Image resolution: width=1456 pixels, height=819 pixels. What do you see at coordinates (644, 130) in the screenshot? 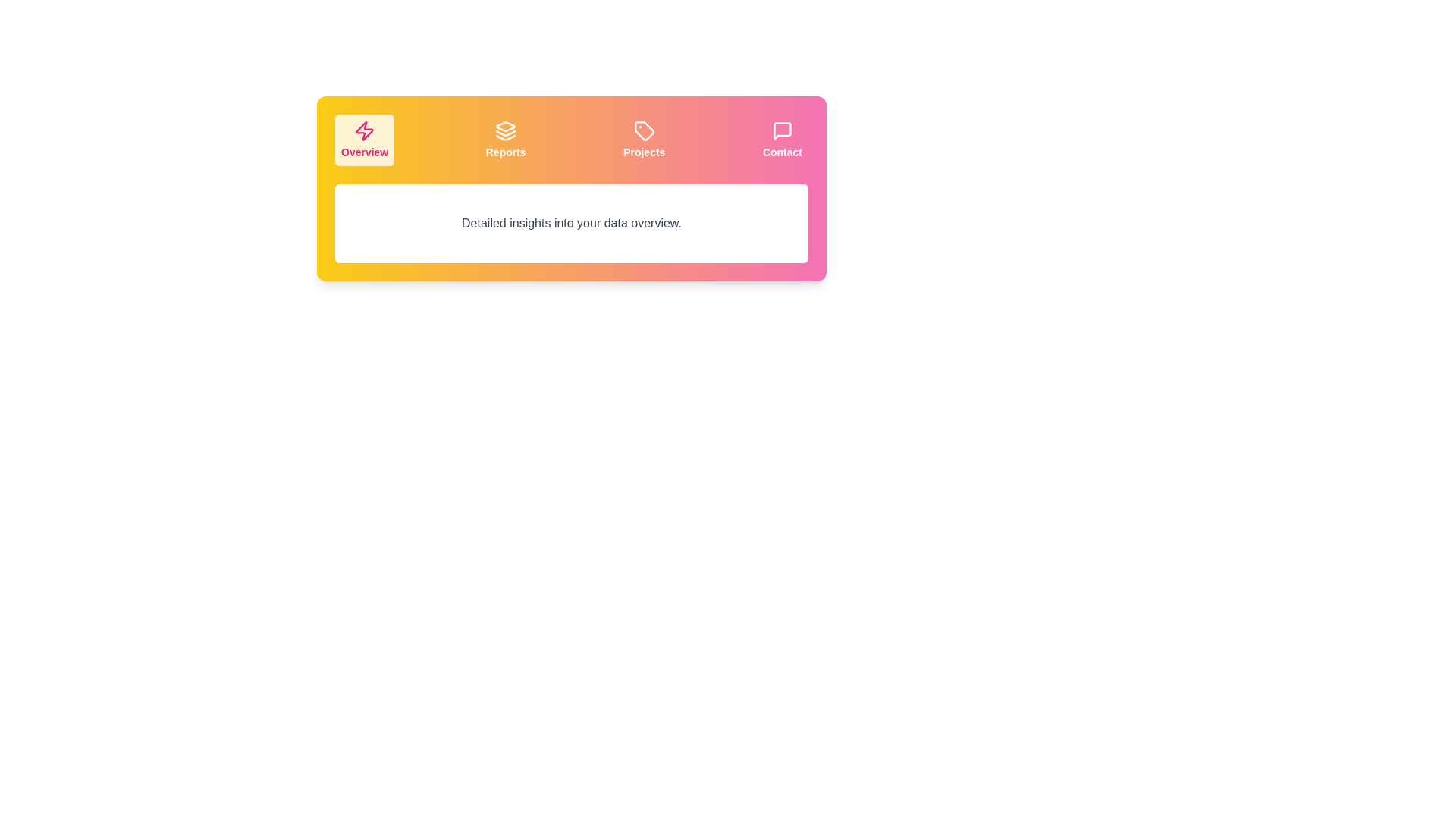
I see `the 'Projects' icon in the menu, which is a tag-shaped icon with a hollow central circle and is positioned above the bold 'Projects' label` at bounding box center [644, 130].